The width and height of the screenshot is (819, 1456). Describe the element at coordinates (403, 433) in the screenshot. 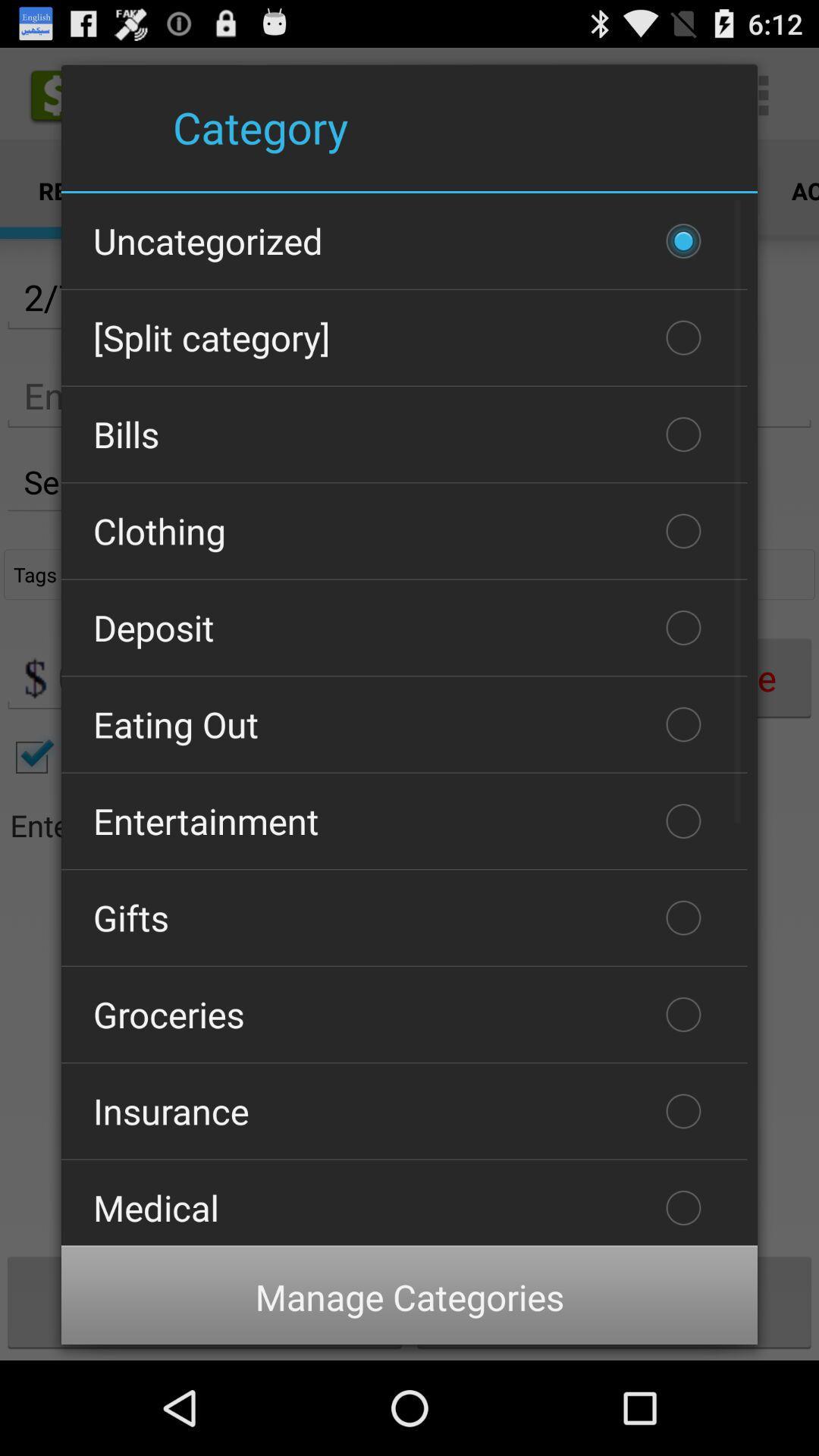

I see `the bills item` at that location.